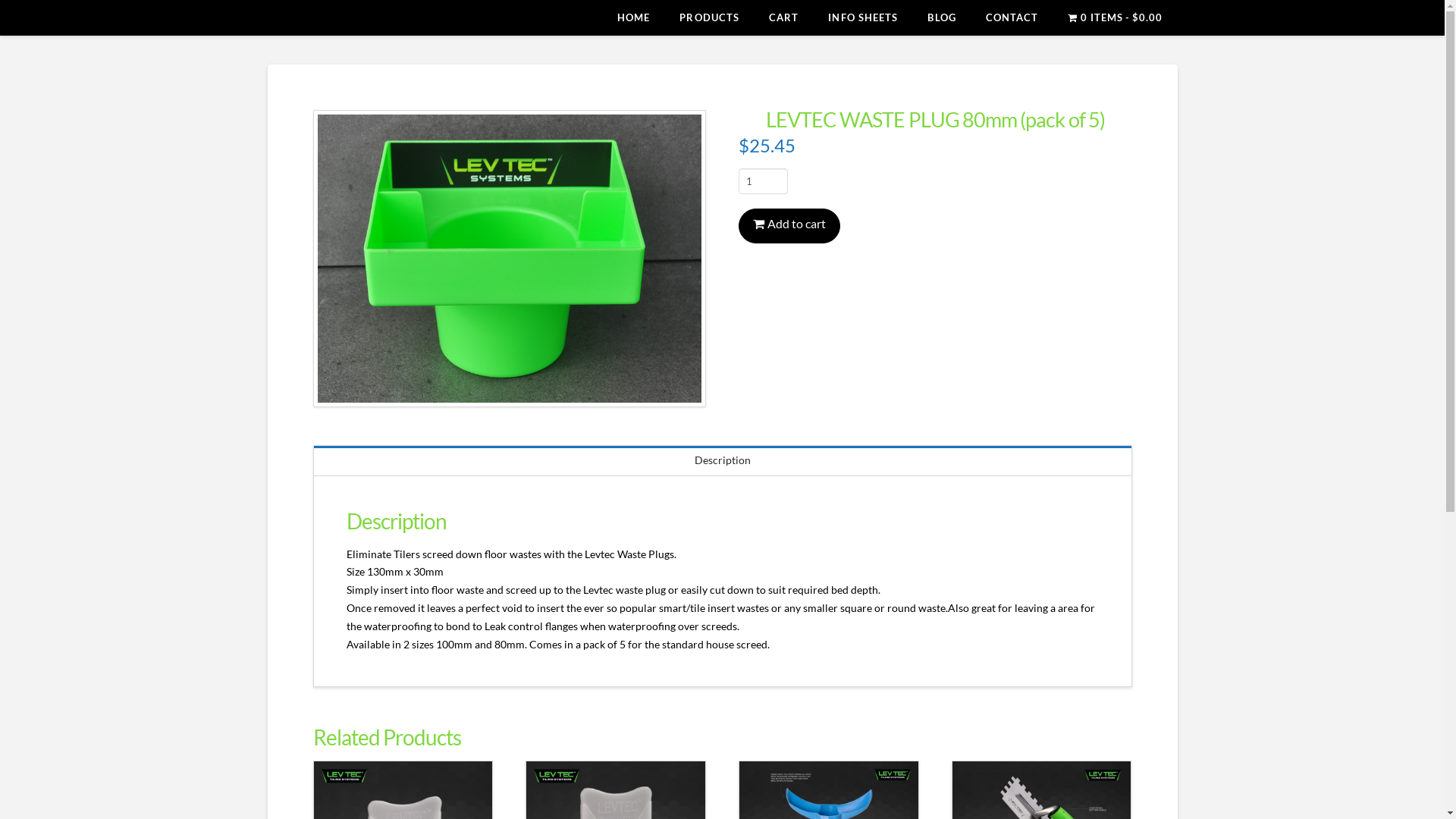 Image resolution: width=1456 pixels, height=819 pixels. Describe the element at coordinates (940, 17) in the screenshot. I see `'BLOG'` at that location.